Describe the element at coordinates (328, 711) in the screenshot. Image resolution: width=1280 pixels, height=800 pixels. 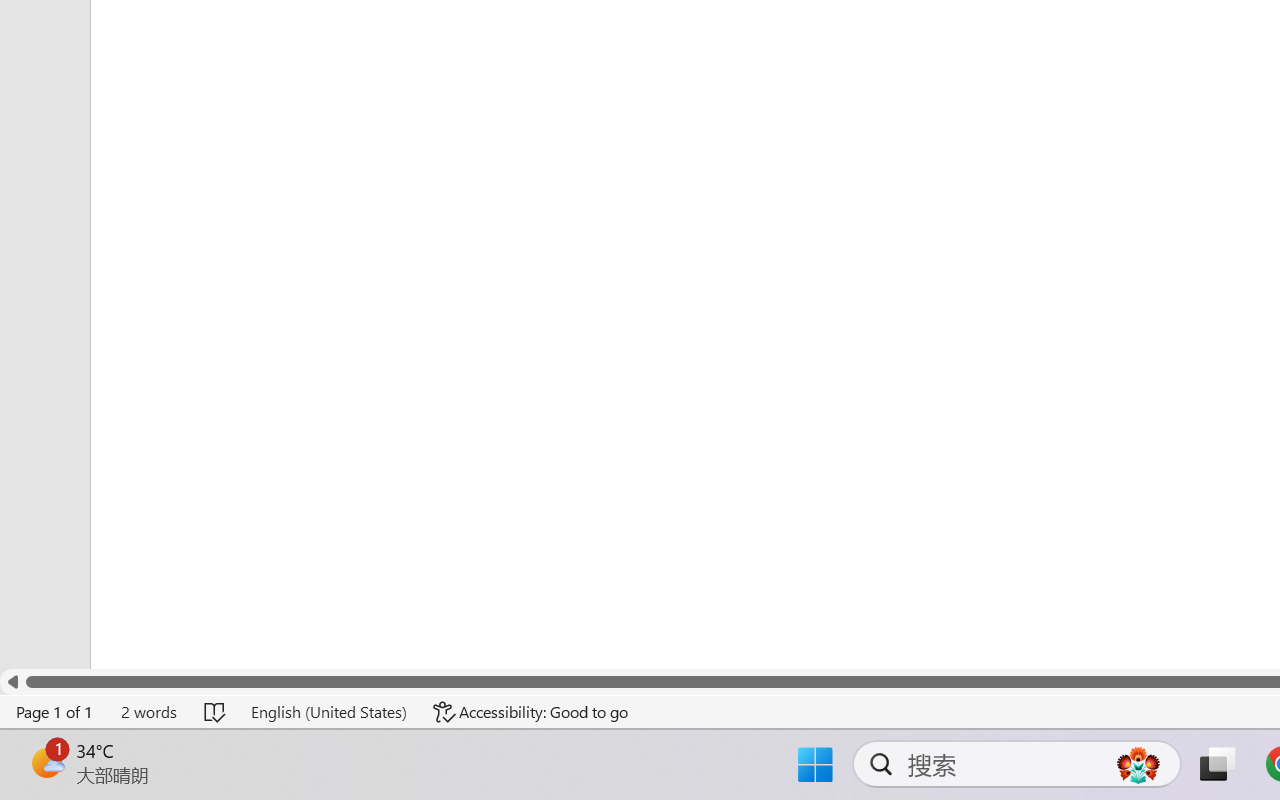
I see `'Language English (United States)'` at that location.